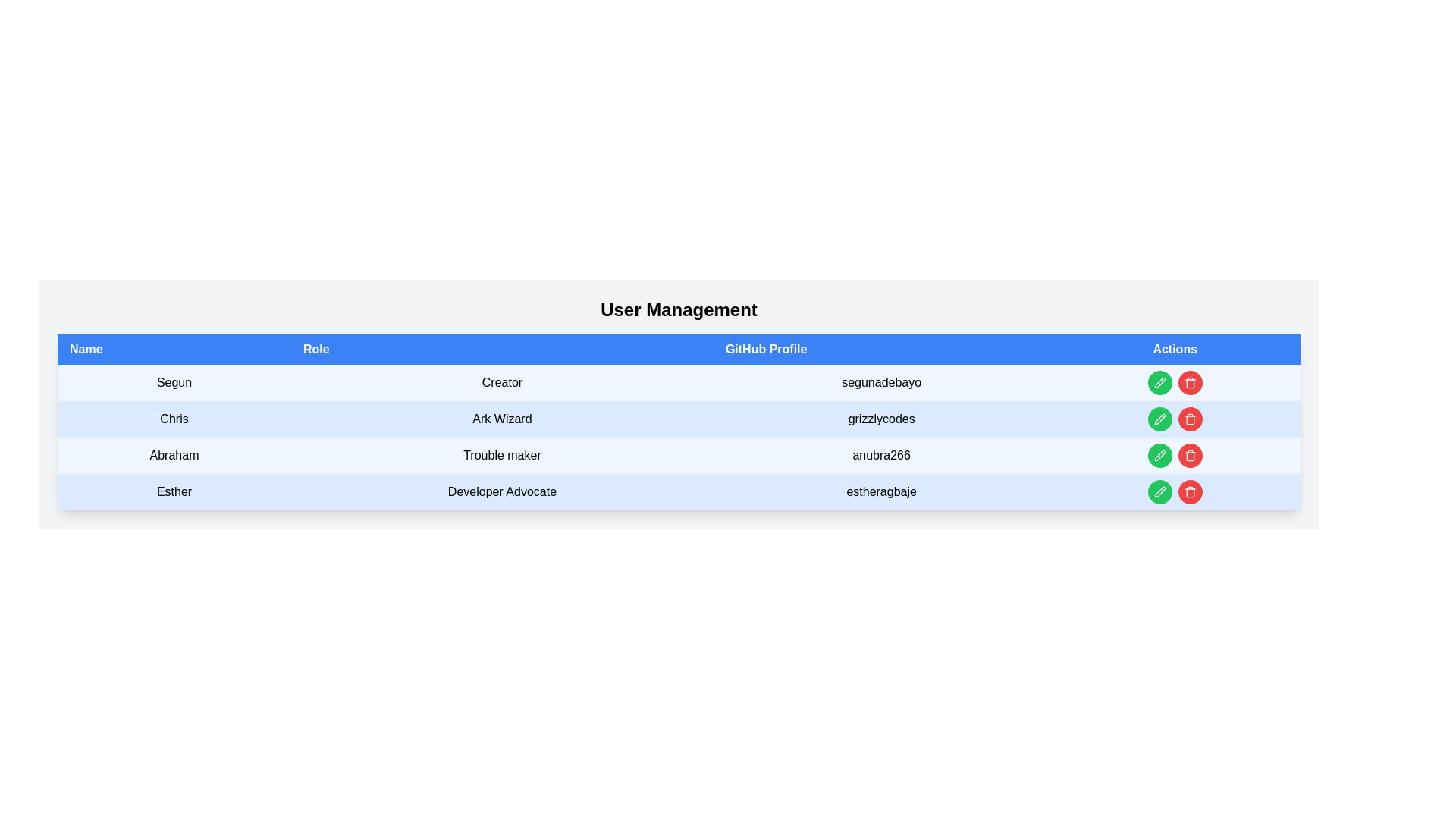 The width and height of the screenshot is (1456, 819). Describe the element at coordinates (174, 455) in the screenshot. I see `the user label in the third row of the user management table, which identifies the user and does not have interactive functionality` at that location.